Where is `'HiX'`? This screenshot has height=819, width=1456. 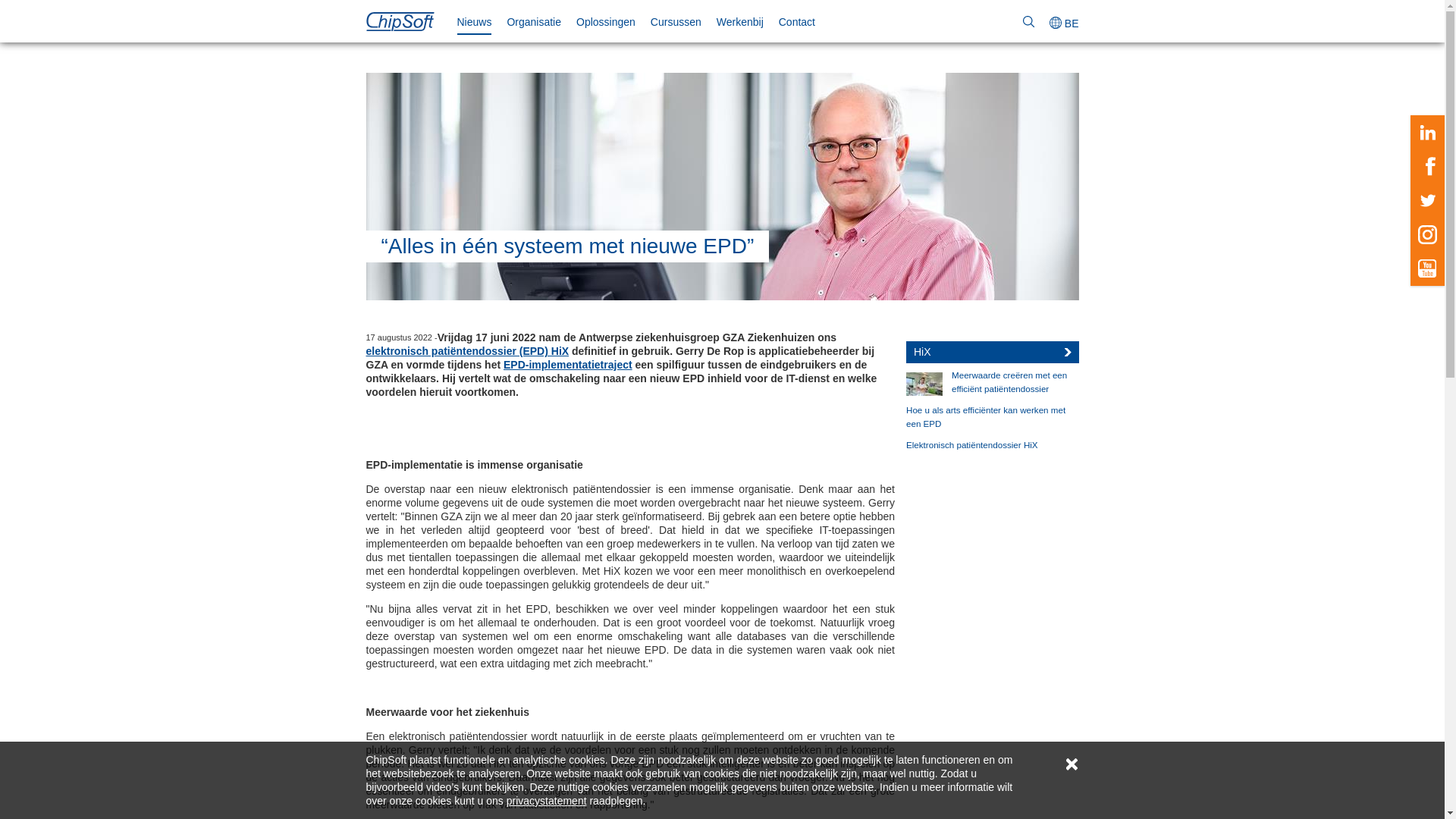
'HiX' is located at coordinates (993, 352).